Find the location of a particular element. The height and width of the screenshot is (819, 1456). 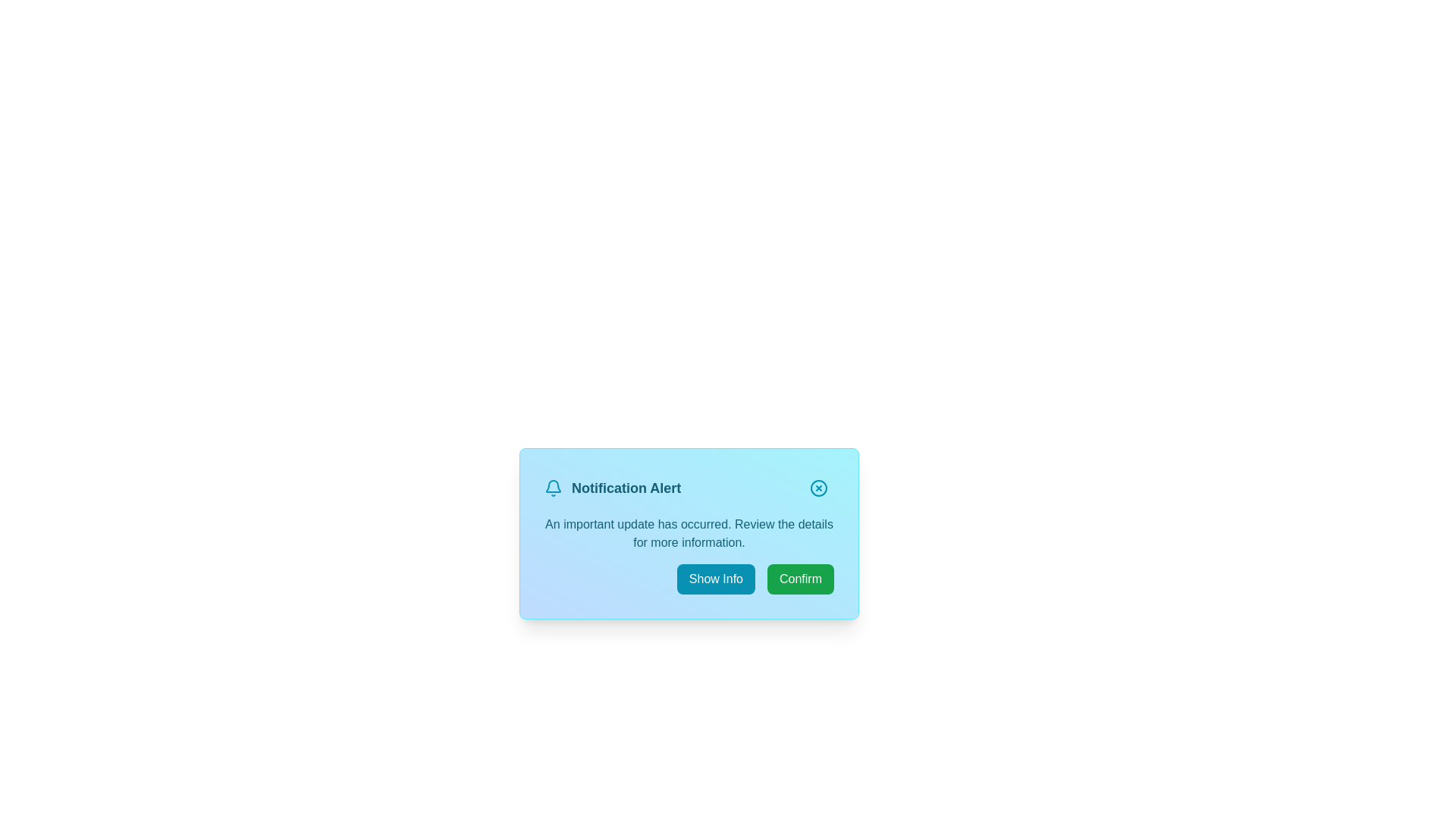

the bell icon to provide visual feedback is located at coordinates (552, 488).